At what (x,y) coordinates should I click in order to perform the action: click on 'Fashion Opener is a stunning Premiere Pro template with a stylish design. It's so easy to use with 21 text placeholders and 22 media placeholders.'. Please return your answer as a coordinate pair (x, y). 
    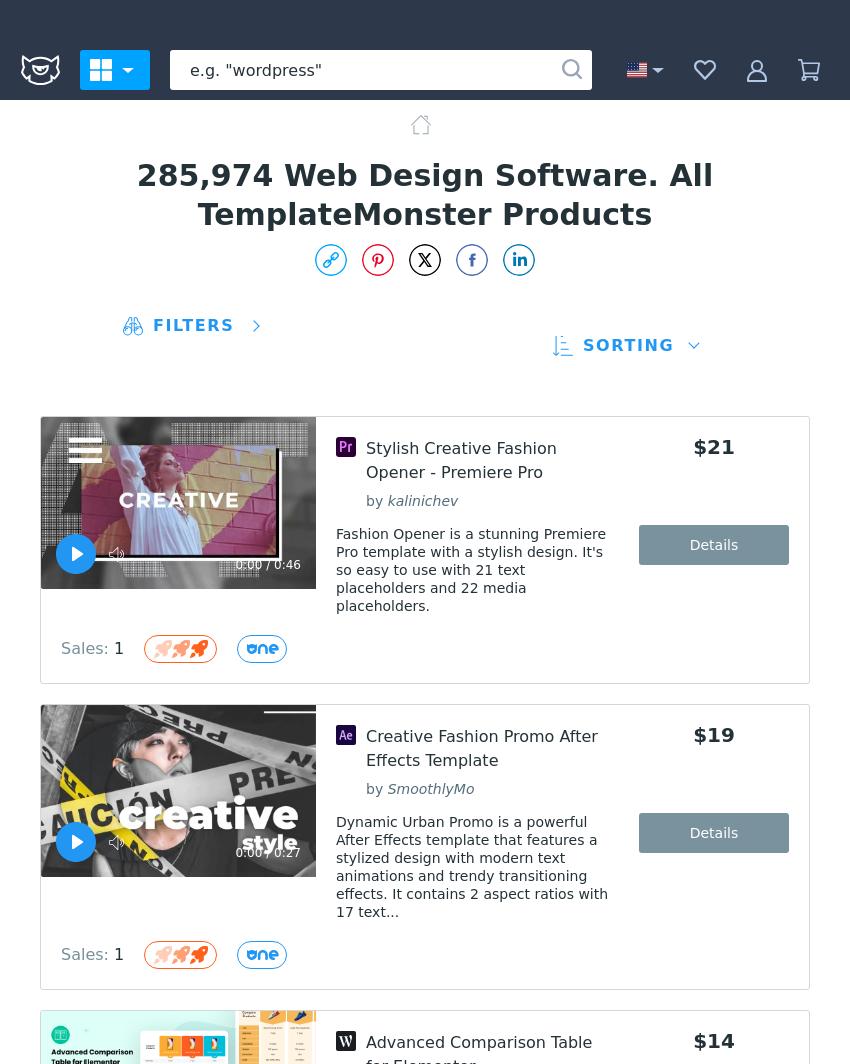
    Looking at the image, I should click on (470, 569).